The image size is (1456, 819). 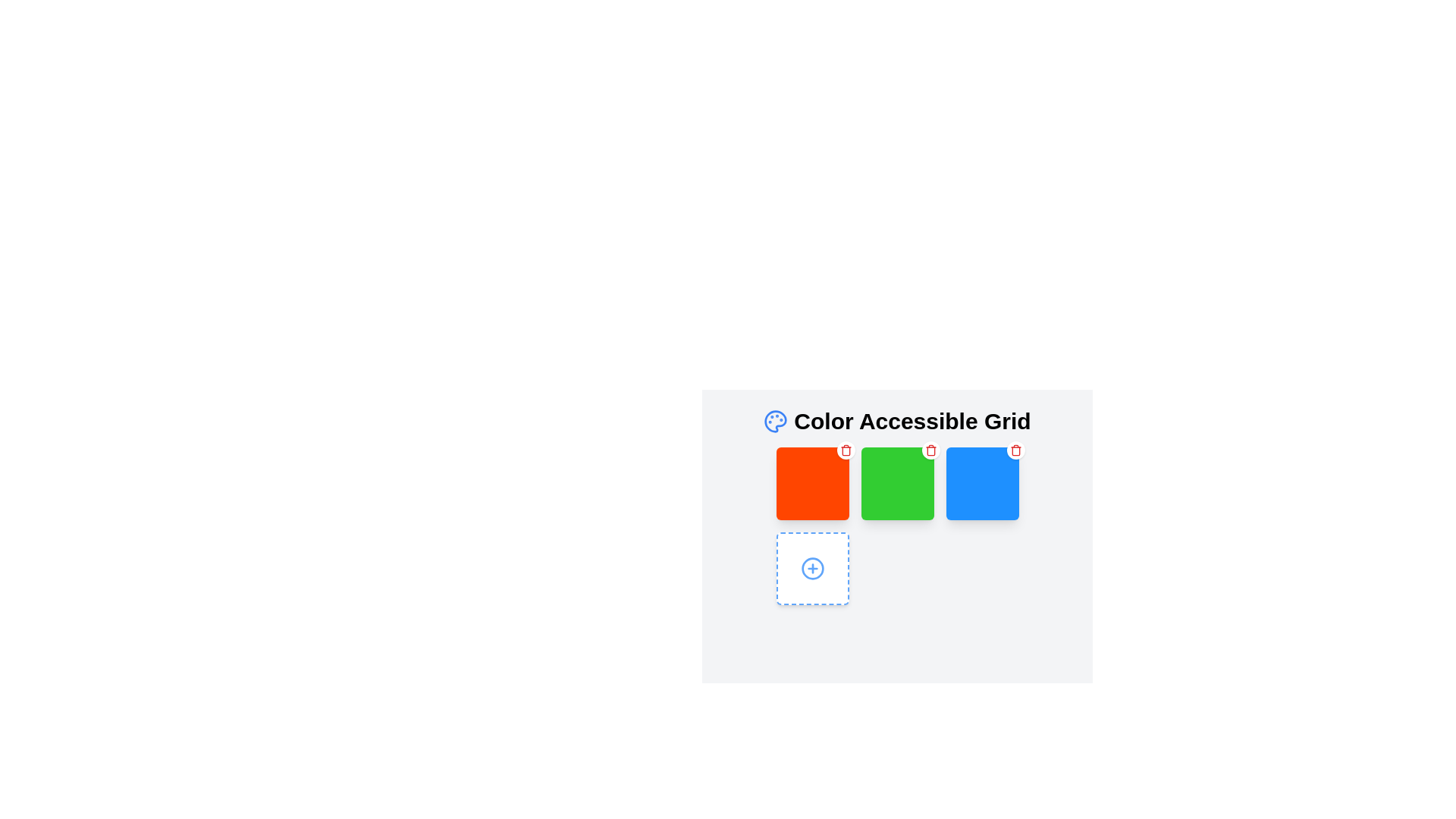 I want to click on the red trash icon button located at the top-right corner of the blue square in the 'Color Accessible Grid', so click(x=1015, y=450).